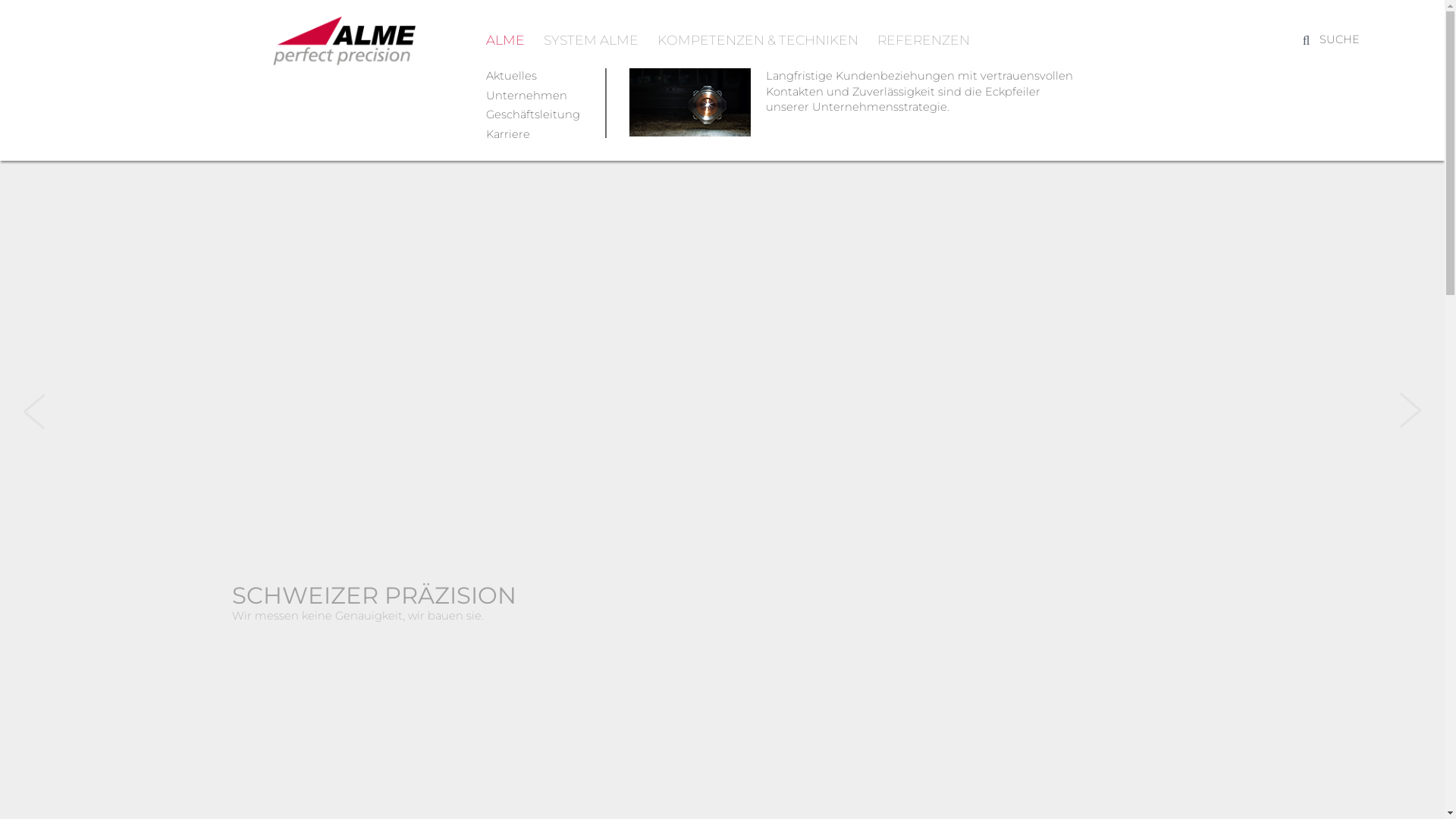 This screenshot has width=1456, height=819. I want to click on 'ALME', so click(504, 39).